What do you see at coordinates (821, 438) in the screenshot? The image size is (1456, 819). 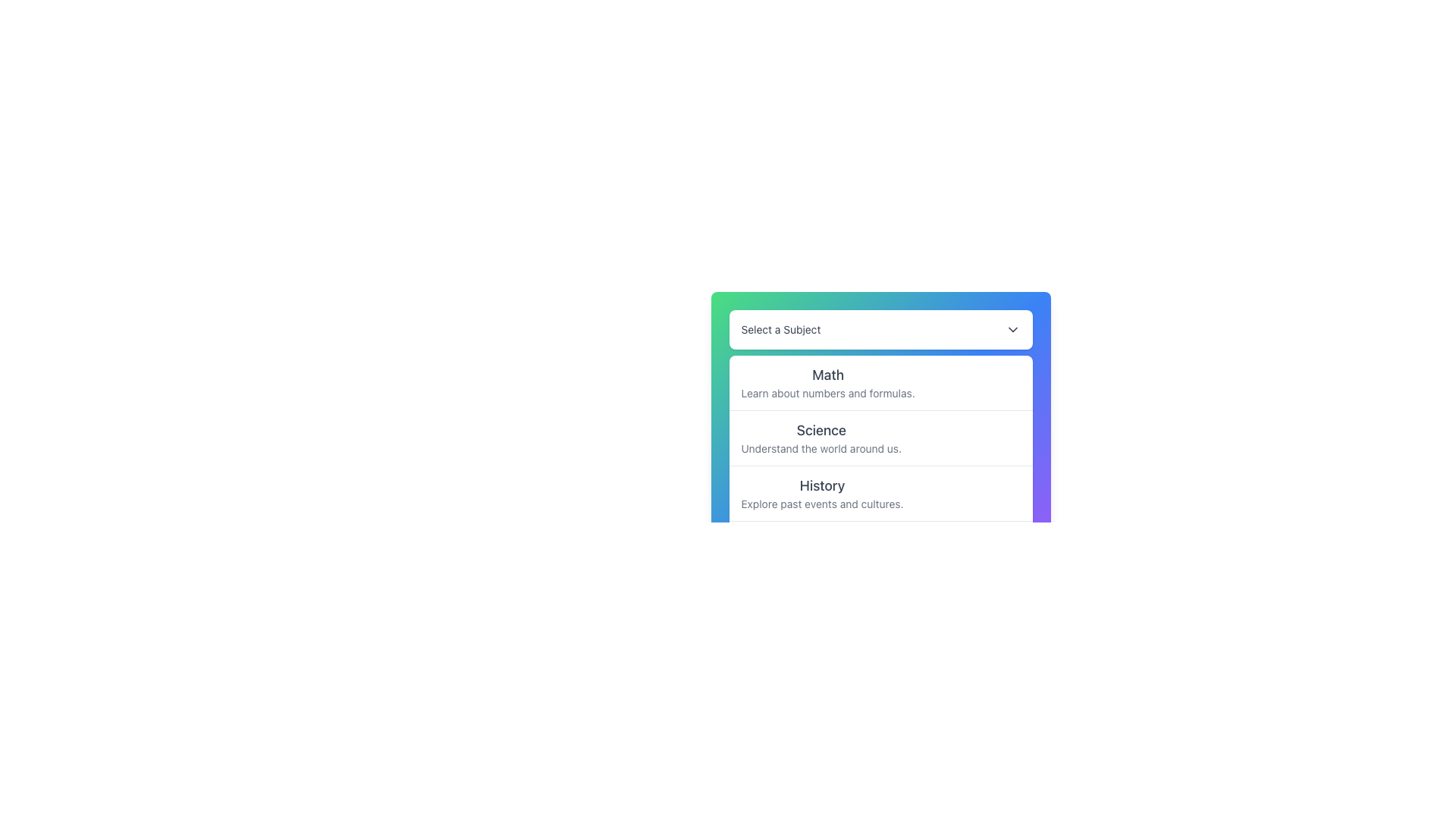 I see `the selectable menu item for Science, which is the second item in the vertical selection menu` at bounding box center [821, 438].